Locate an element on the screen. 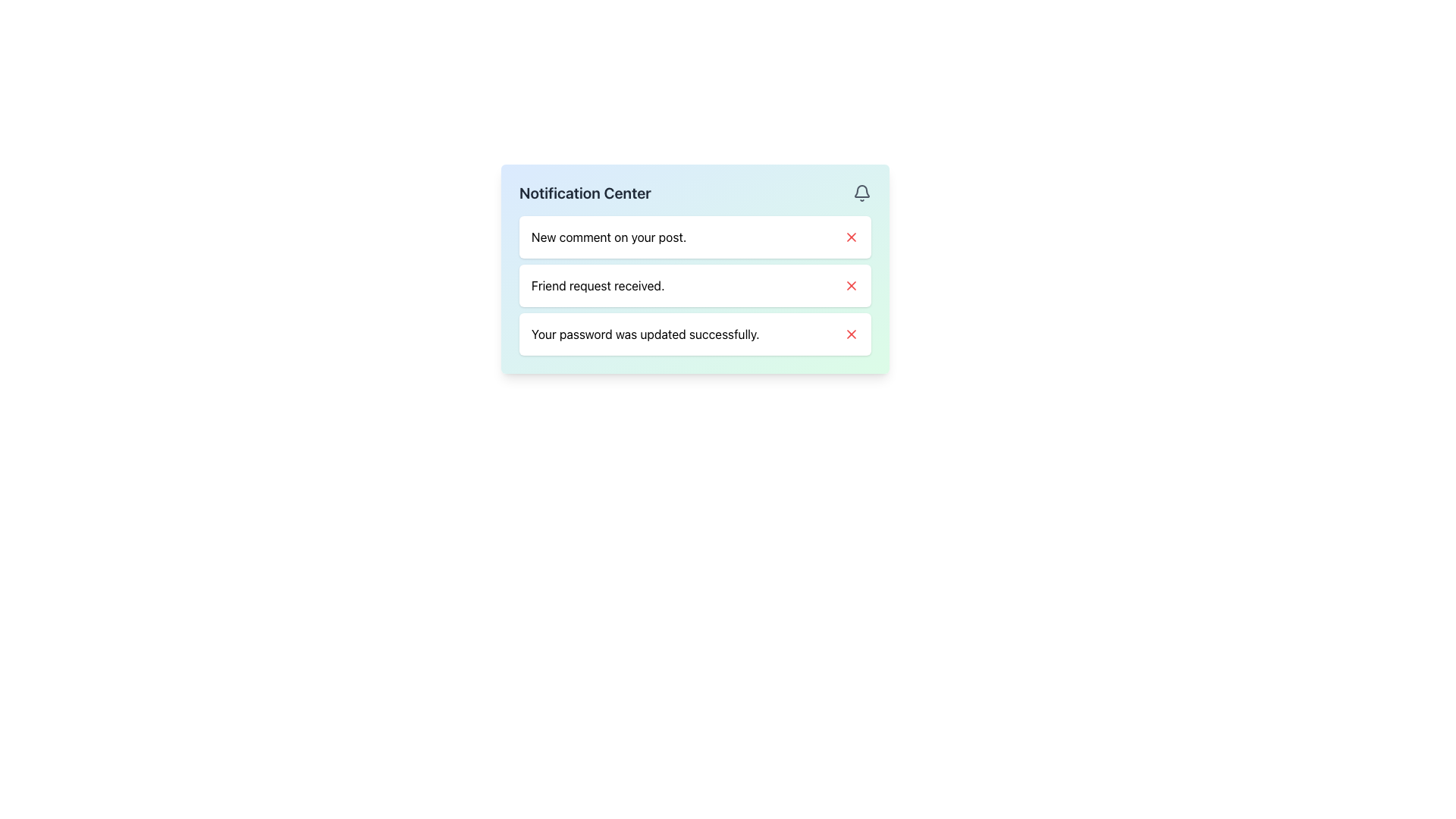 Image resolution: width=1456 pixels, height=819 pixels. the notification icon located at the top right corner of the notification panel, which serves as a visual indicator for notification settings or alerts is located at coordinates (862, 190).